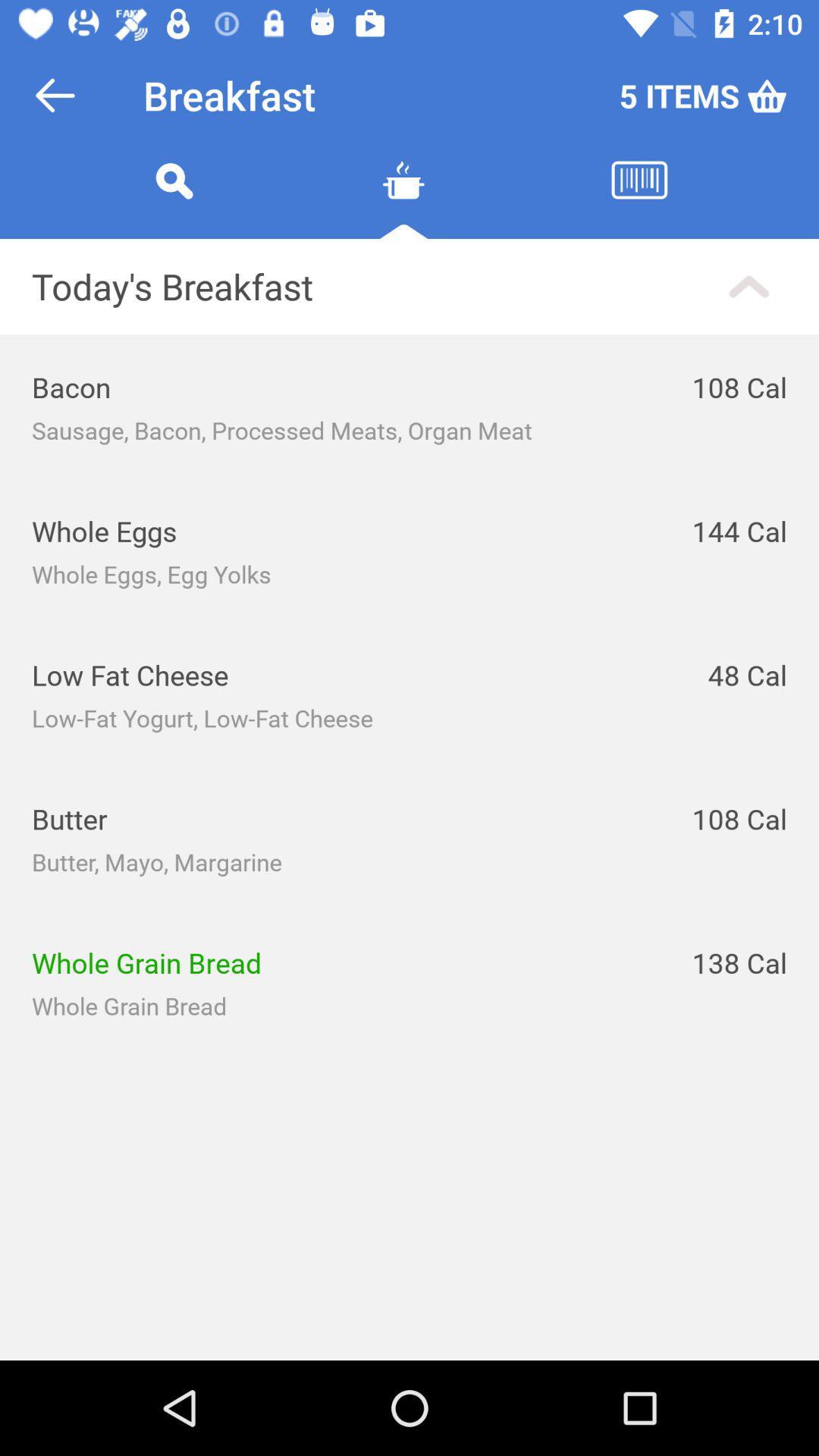 The height and width of the screenshot is (1456, 819). What do you see at coordinates (173, 198) in the screenshot?
I see `search query` at bounding box center [173, 198].